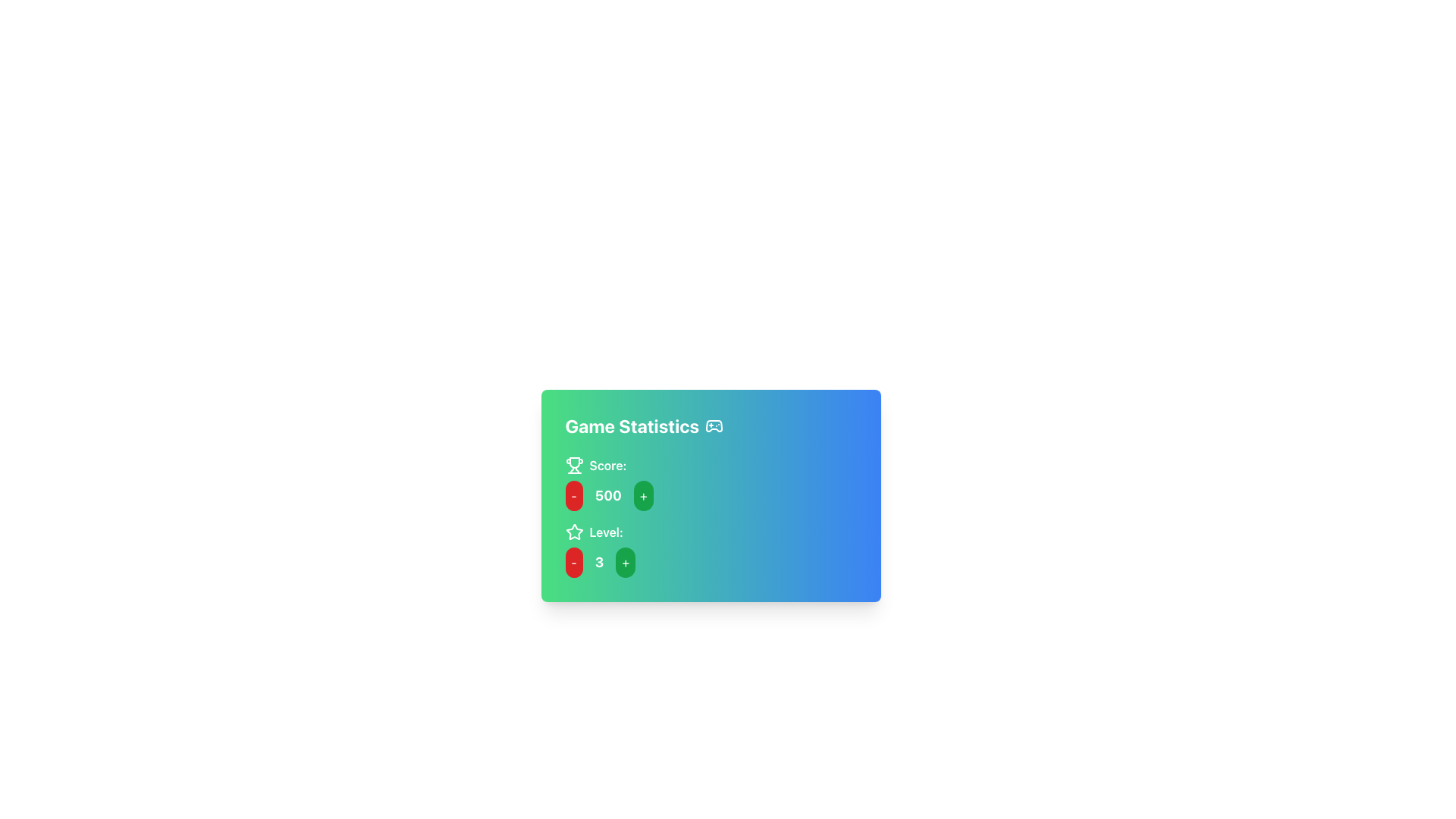 The image size is (1456, 819). What do you see at coordinates (710, 562) in the screenshot?
I see `the green button marked '+' to increase the level in the level selector component within the 'Game Statistics' card` at bounding box center [710, 562].